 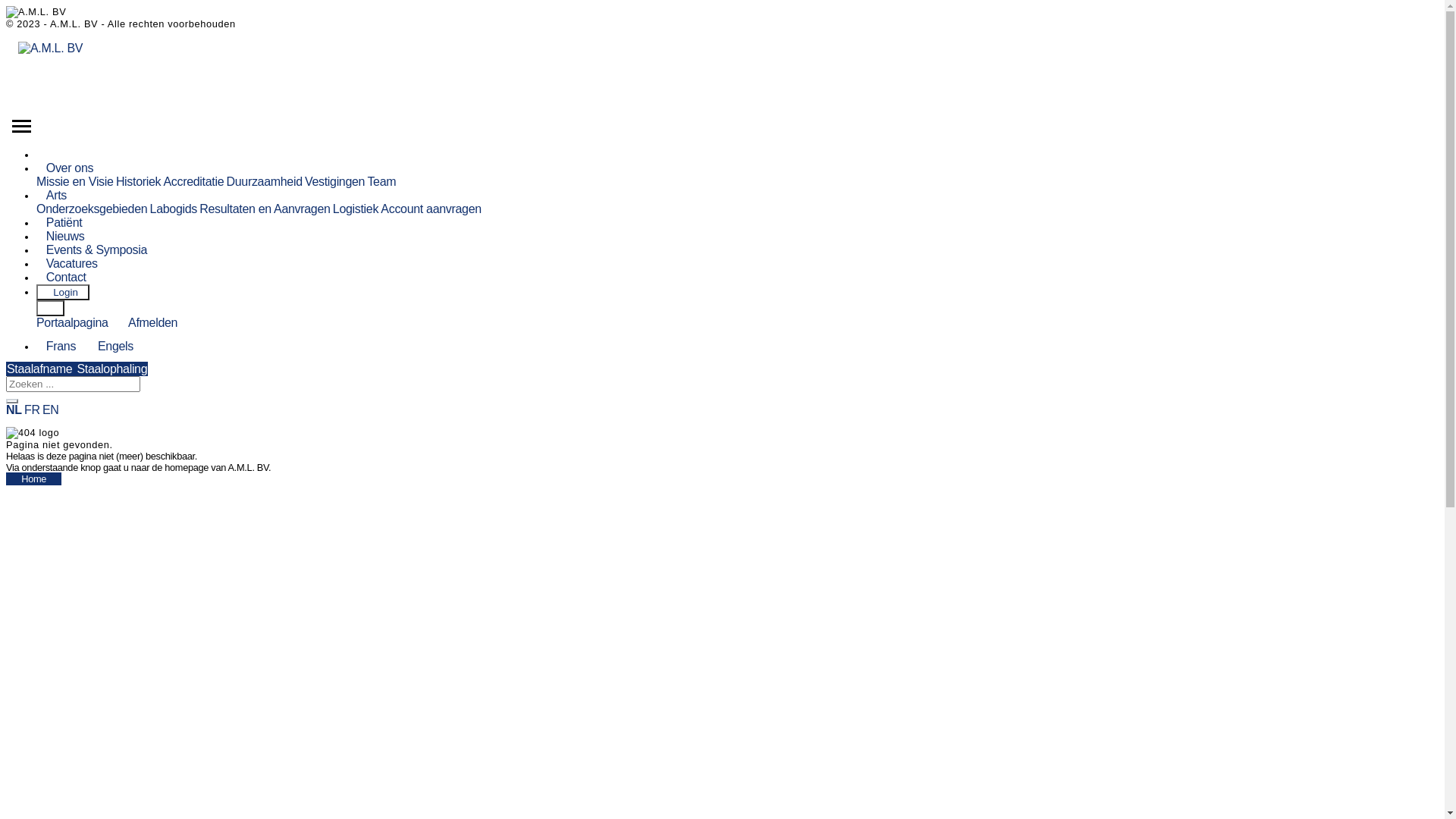 What do you see at coordinates (265, 209) in the screenshot?
I see `'Resultaten en Aanvragen'` at bounding box center [265, 209].